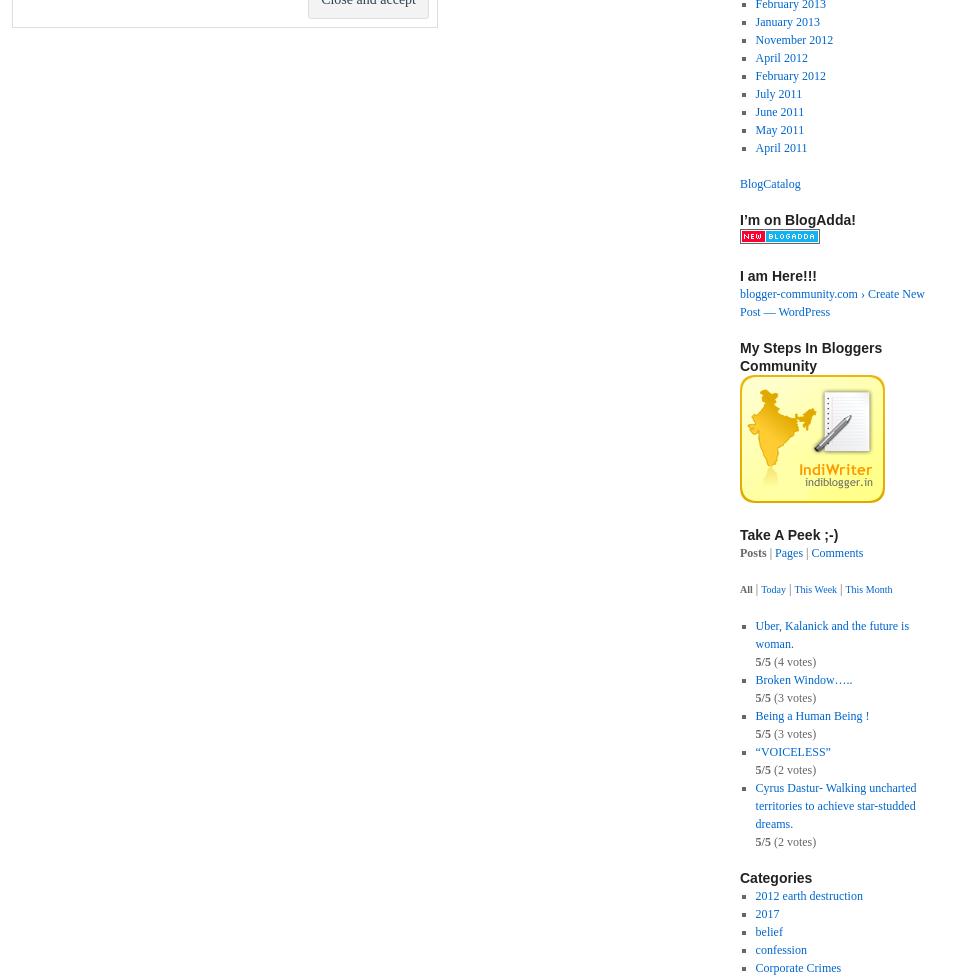 The image size is (980, 980). What do you see at coordinates (815, 589) in the screenshot?
I see `'This Week'` at bounding box center [815, 589].